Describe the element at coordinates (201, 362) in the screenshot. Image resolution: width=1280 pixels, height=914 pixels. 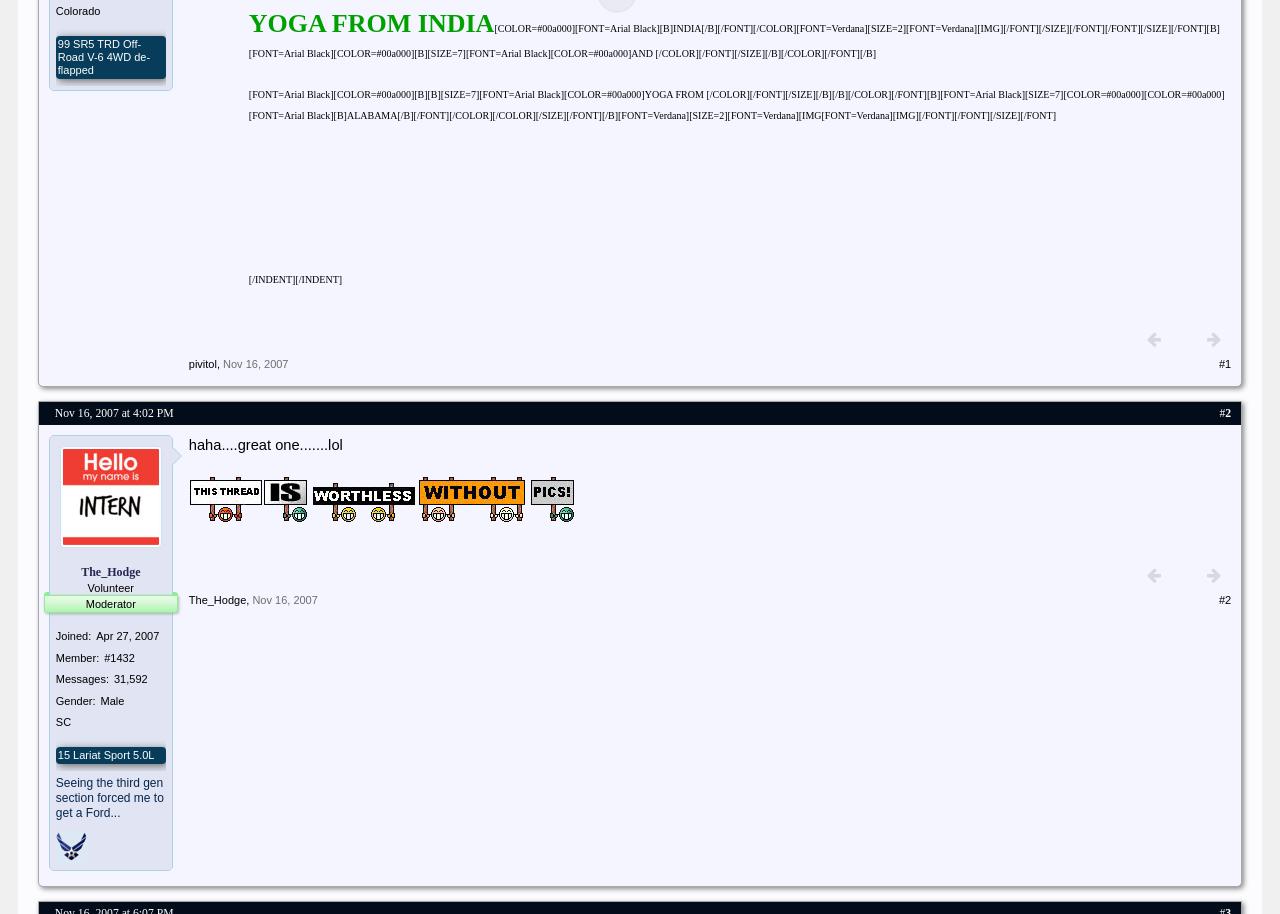
I see `'pivitol'` at that location.